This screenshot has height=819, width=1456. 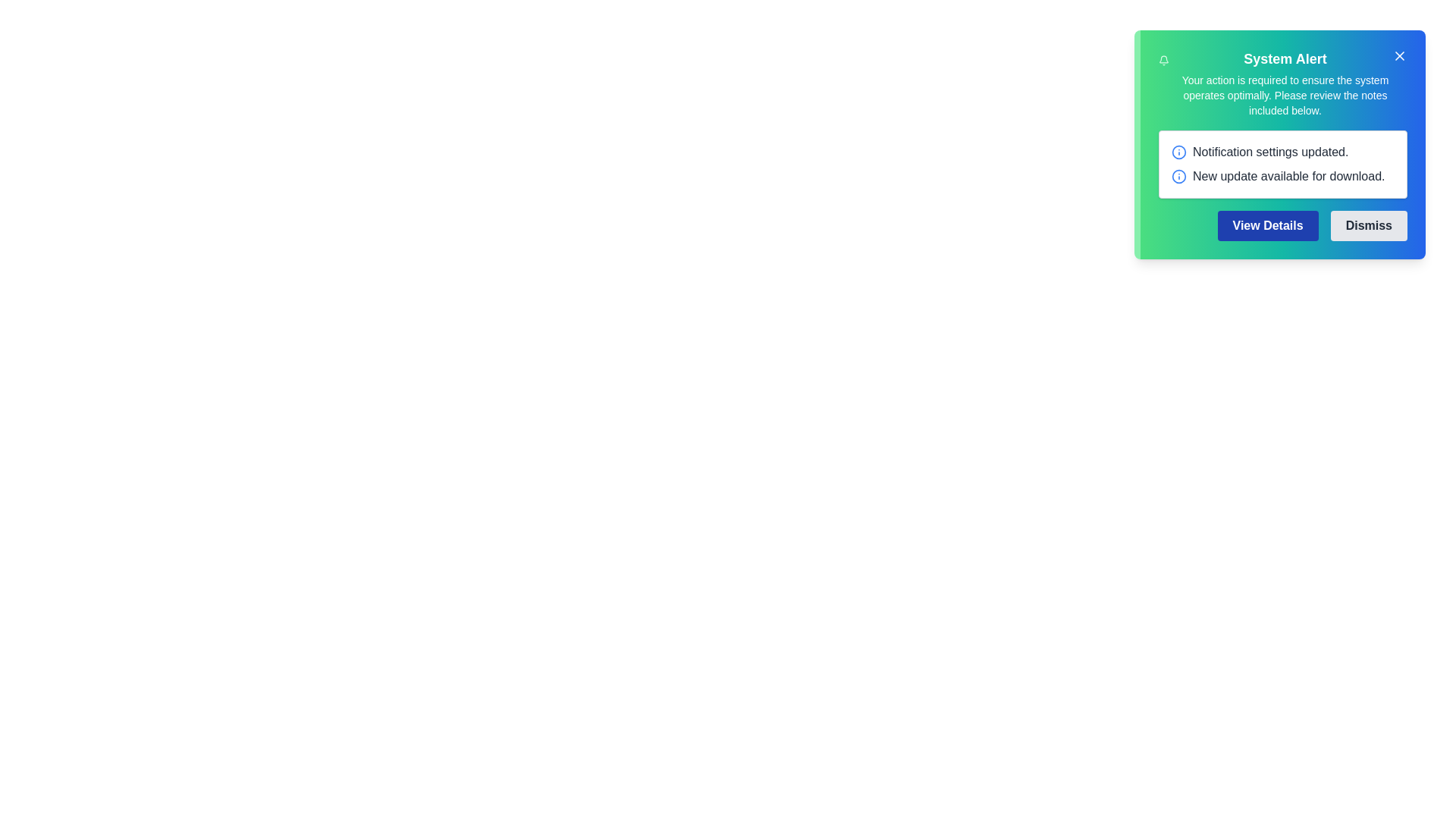 What do you see at coordinates (1399, 55) in the screenshot?
I see `'X' button in the top-right corner of the alert to close it` at bounding box center [1399, 55].